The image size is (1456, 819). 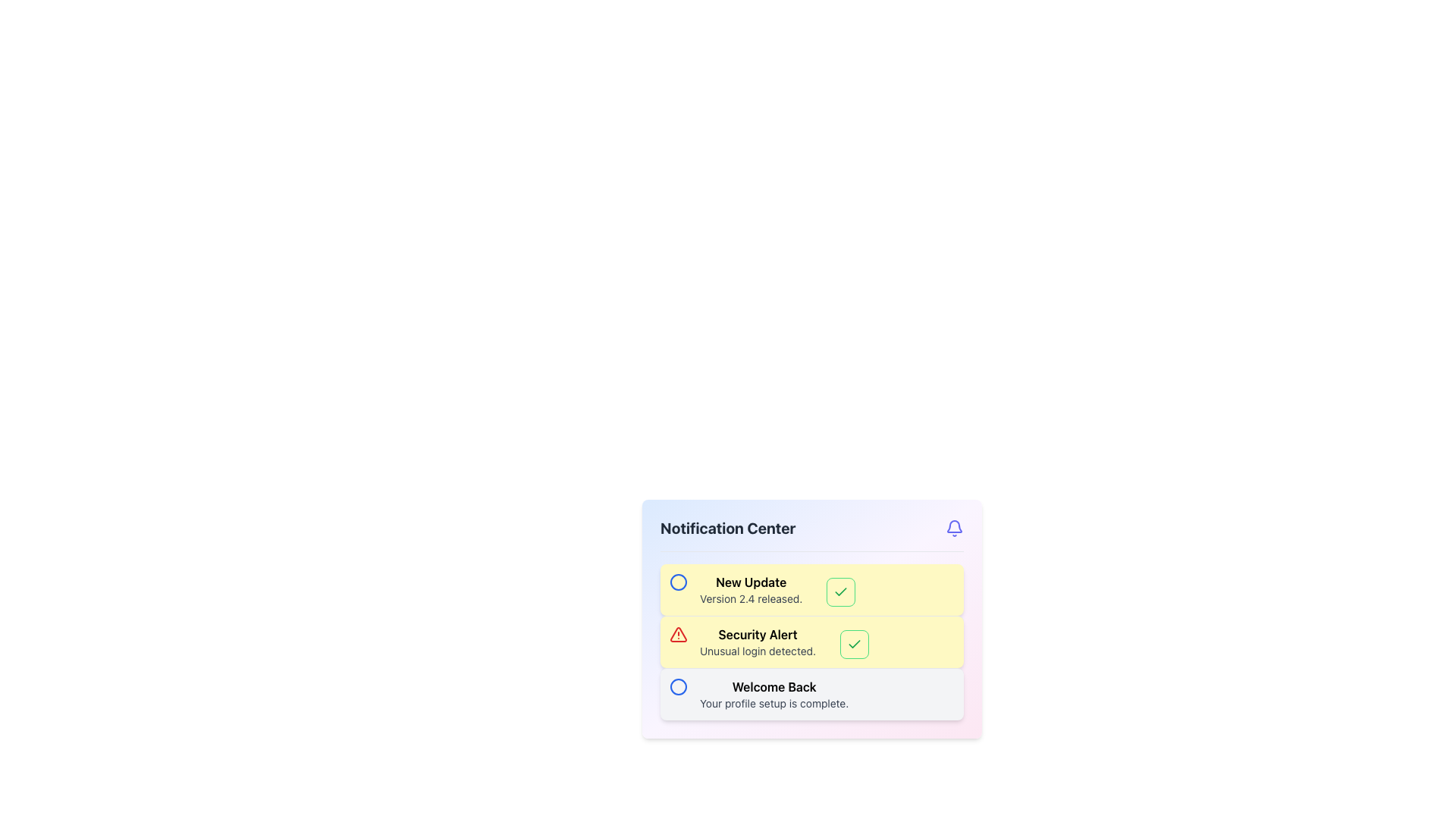 I want to click on the text element that displays 'Welcome Back' and 'Your profile setup is complete,' located in the lower portion of the notification component as the third notification, so click(x=774, y=694).